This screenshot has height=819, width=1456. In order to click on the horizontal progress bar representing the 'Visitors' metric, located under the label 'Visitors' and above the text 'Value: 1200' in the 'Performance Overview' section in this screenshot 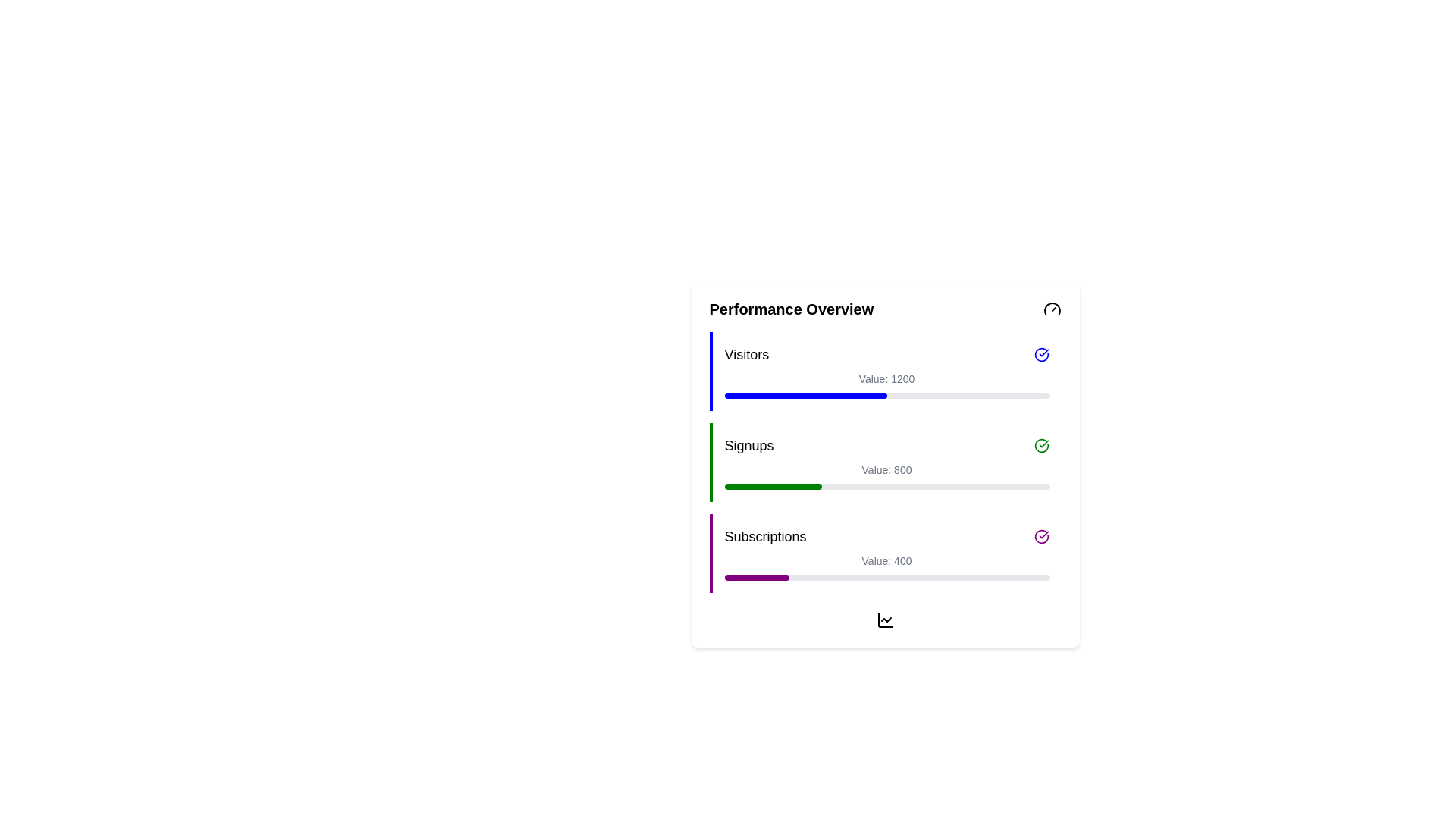, I will do `click(886, 394)`.